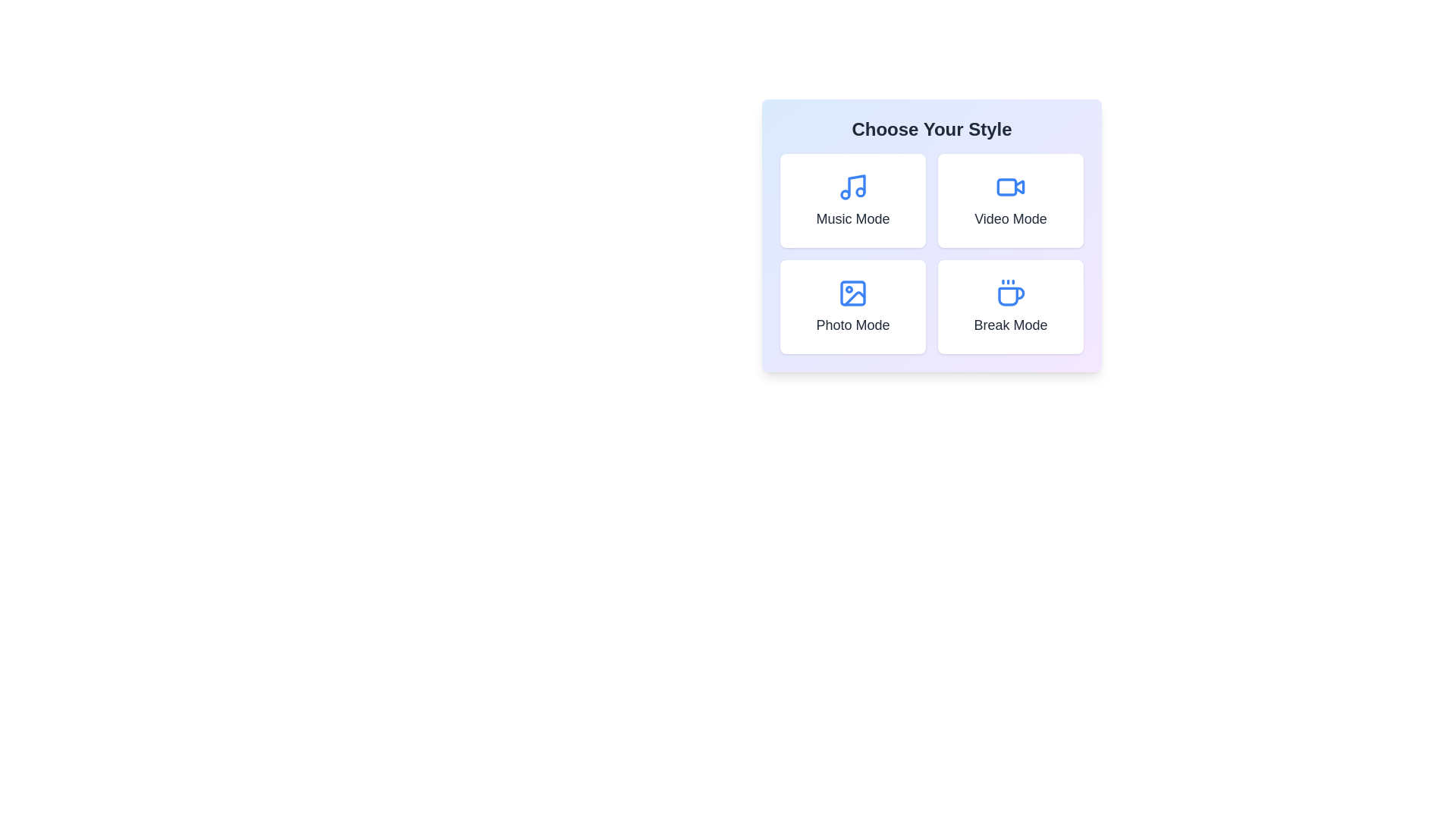  I want to click on the button labeled Video Mode to trigger additional actions, so click(1011, 200).